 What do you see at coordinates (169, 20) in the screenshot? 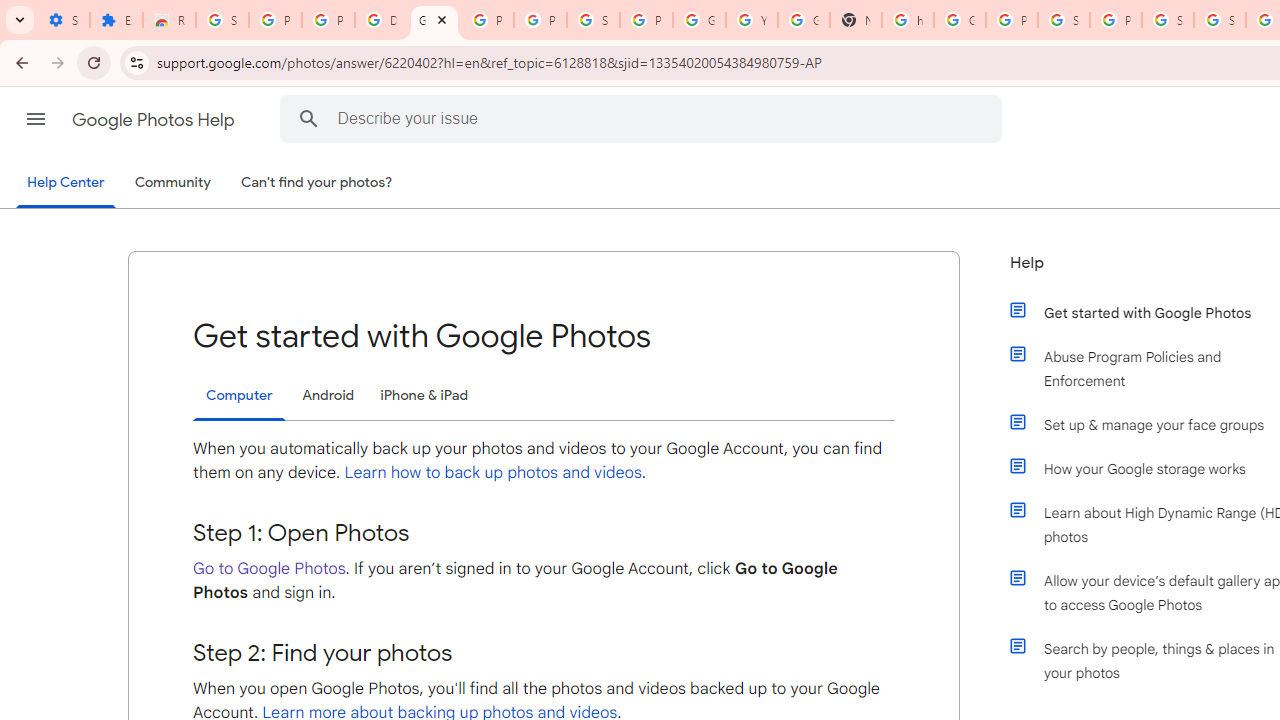
I see `'Reviews: Helix Fruit Jump Arcade Game'` at bounding box center [169, 20].